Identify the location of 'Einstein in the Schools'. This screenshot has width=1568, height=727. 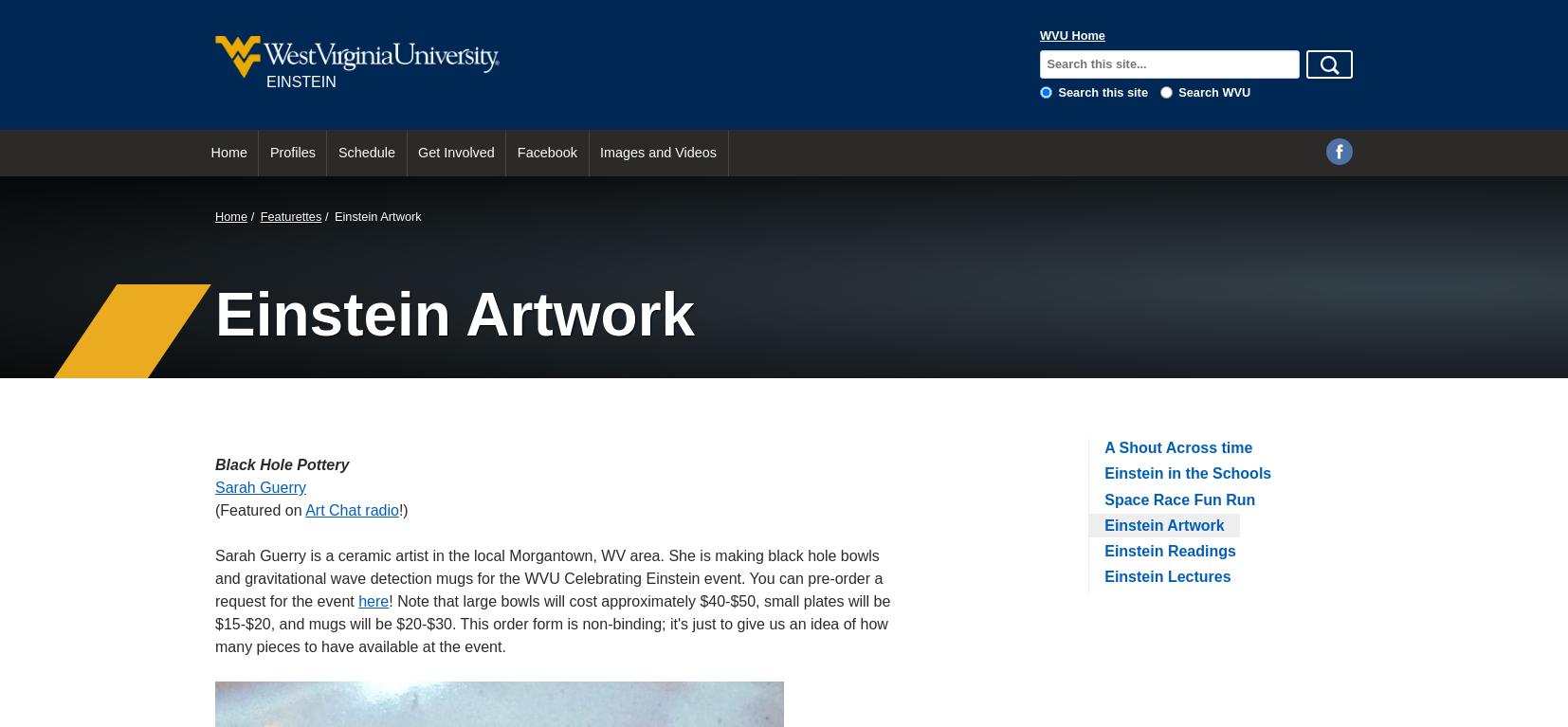
(1103, 472).